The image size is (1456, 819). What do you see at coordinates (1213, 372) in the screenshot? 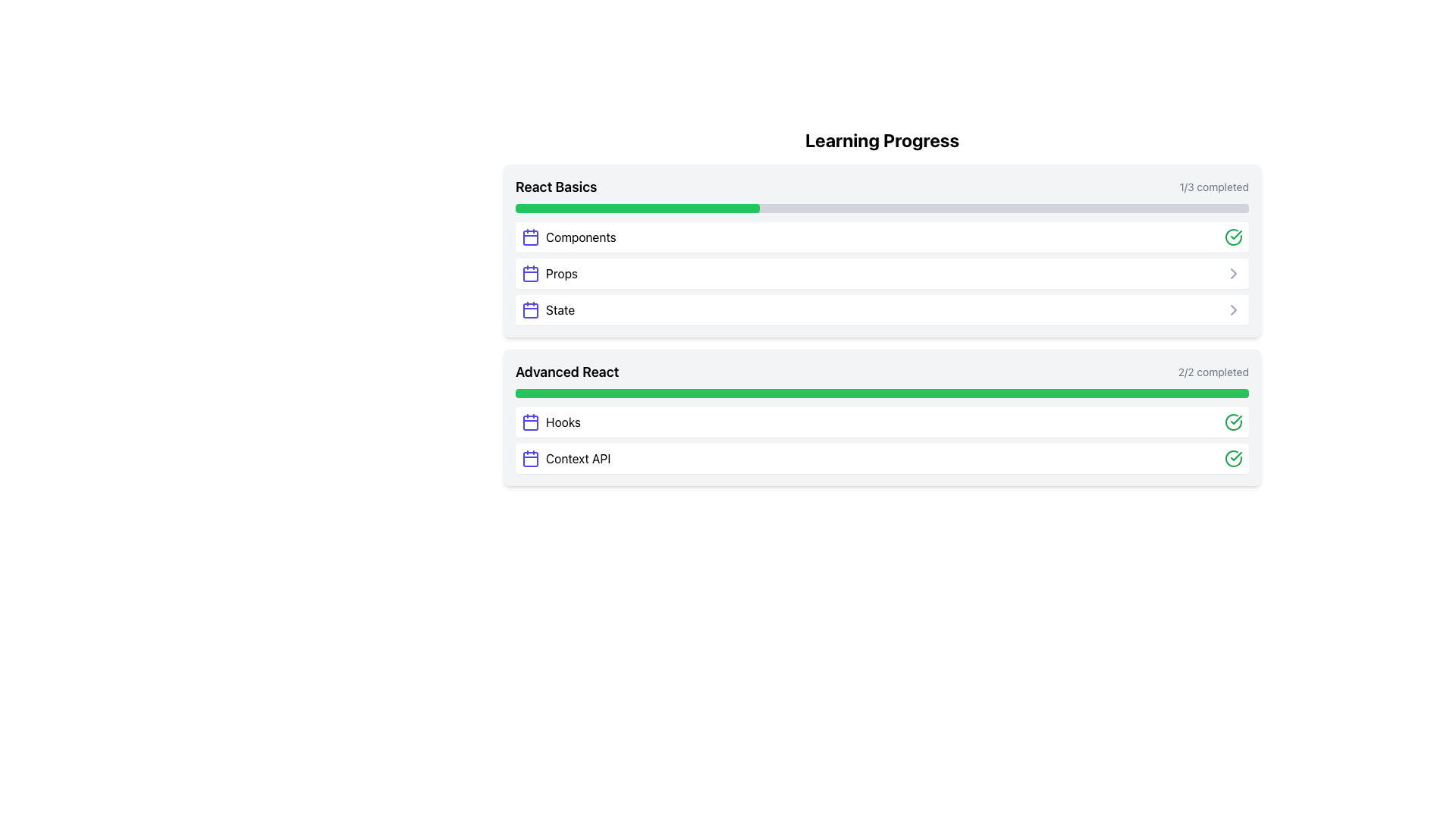
I see `text displayed on the completion status label for the 'Advanced React' module, which indicates that 2 out of 2 tasks have been completed` at bounding box center [1213, 372].